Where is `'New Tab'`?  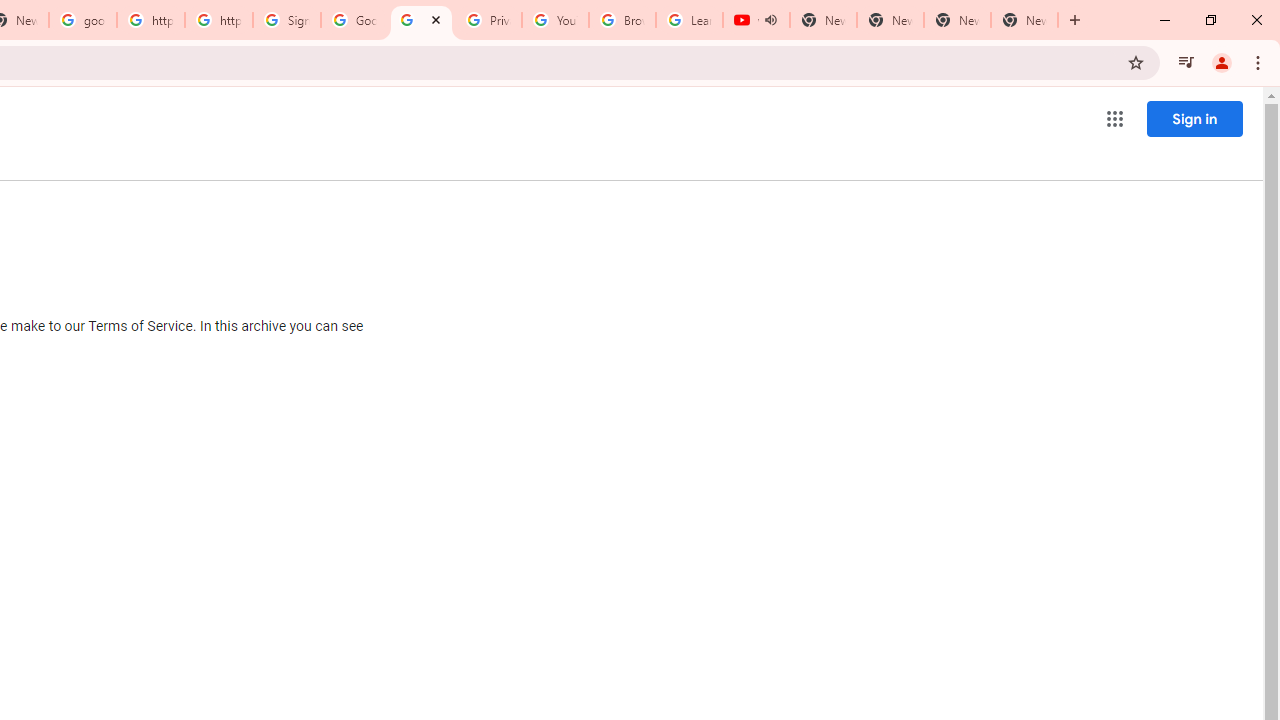
'New Tab' is located at coordinates (1024, 20).